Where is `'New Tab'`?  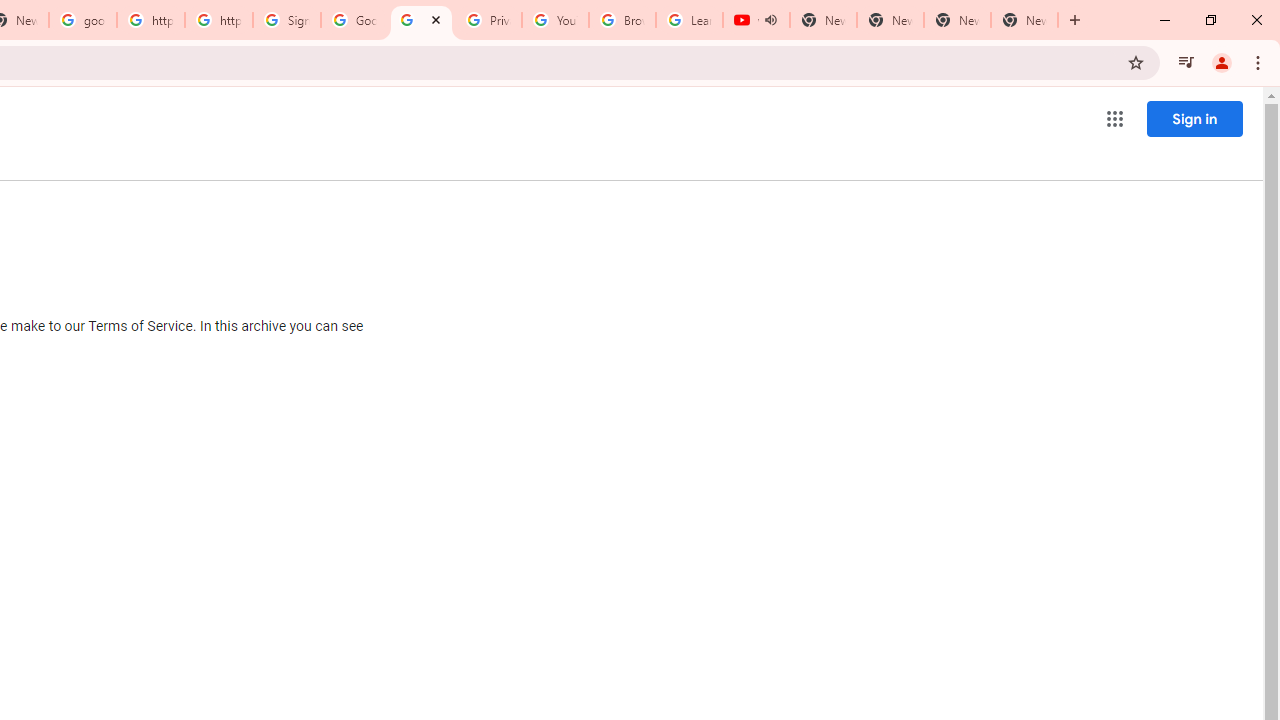
'New Tab' is located at coordinates (1024, 20).